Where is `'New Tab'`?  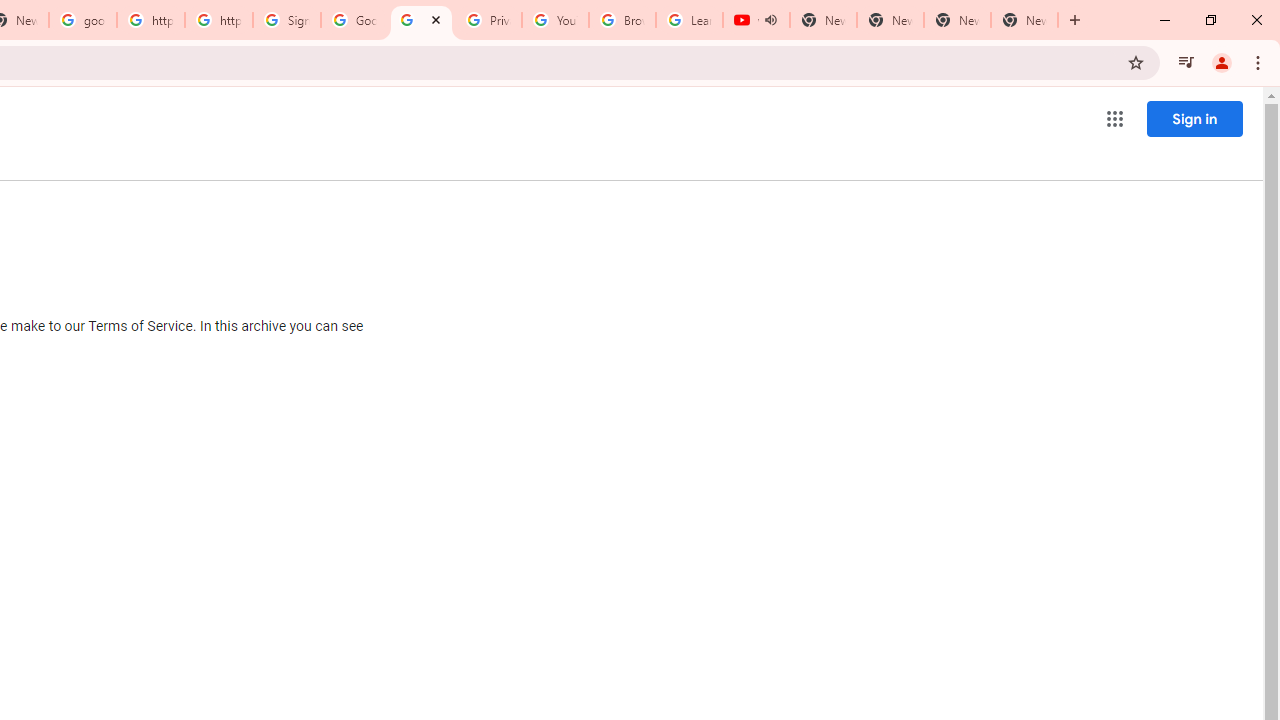
'New Tab' is located at coordinates (1024, 20).